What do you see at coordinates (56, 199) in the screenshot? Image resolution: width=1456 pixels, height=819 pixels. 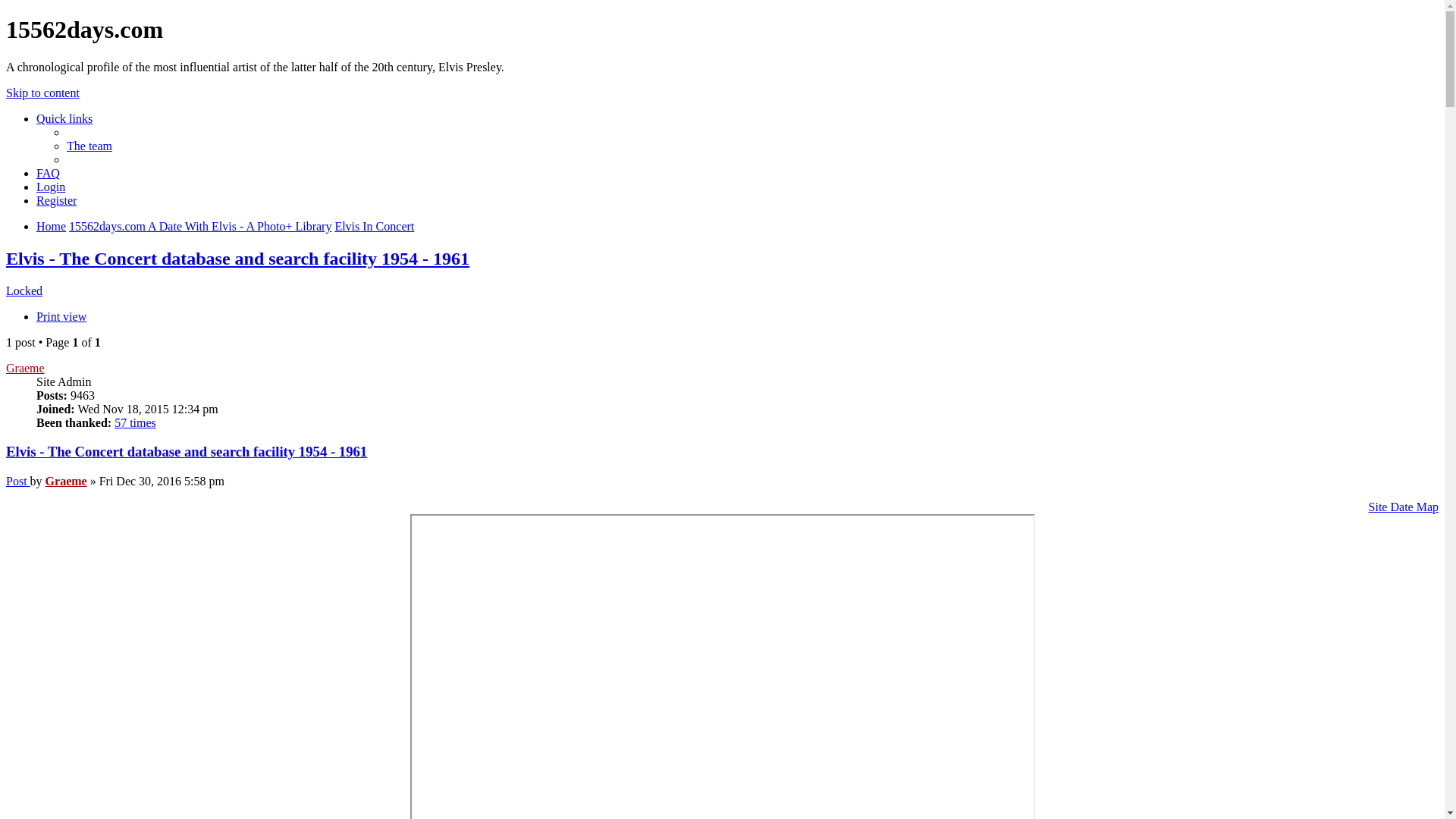 I see `'Register'` at bounding box center [56, 199].